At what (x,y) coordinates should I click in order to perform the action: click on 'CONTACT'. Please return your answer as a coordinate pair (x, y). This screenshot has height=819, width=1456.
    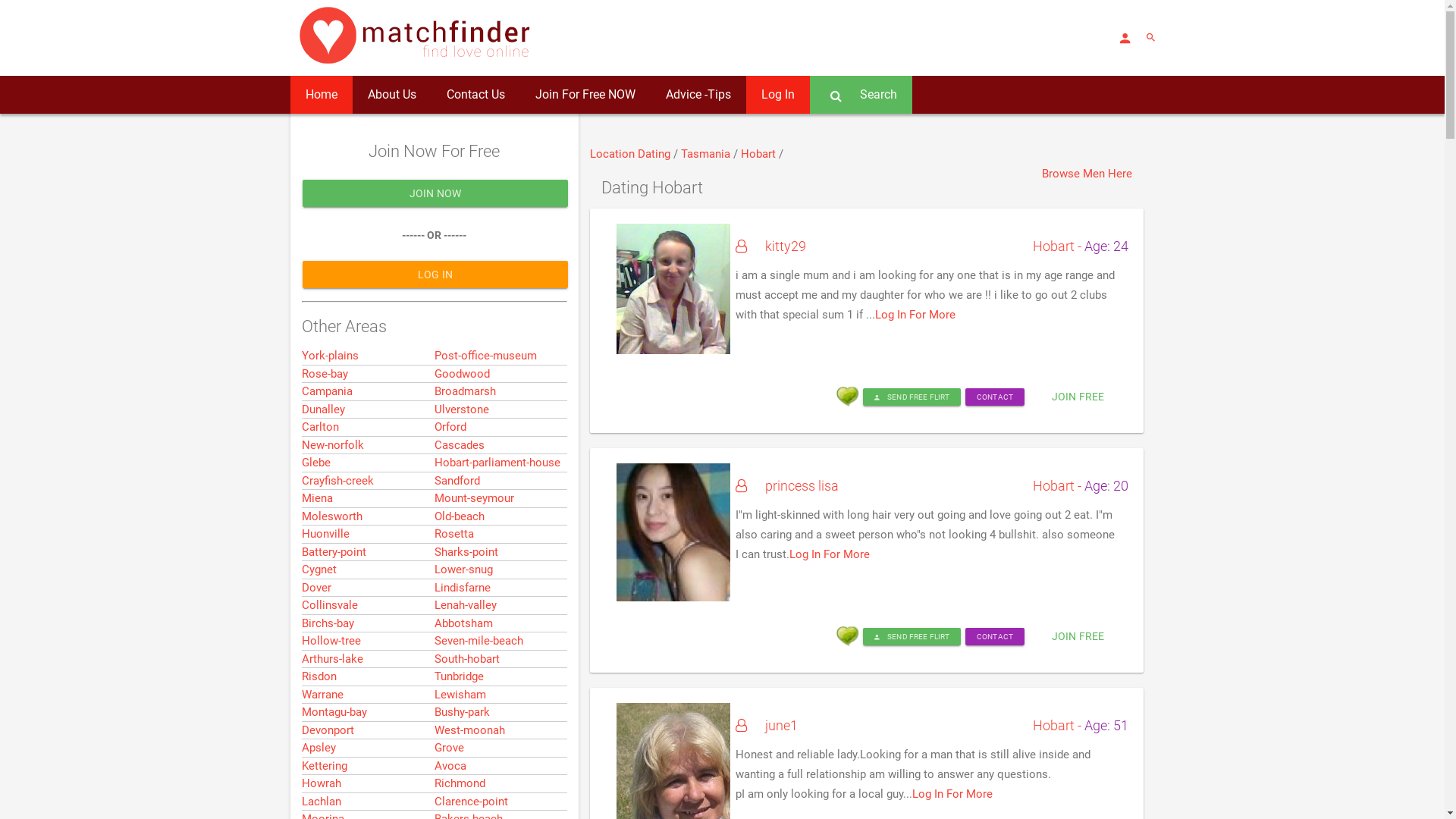
    Looking at the image, I should click on (994, 396).